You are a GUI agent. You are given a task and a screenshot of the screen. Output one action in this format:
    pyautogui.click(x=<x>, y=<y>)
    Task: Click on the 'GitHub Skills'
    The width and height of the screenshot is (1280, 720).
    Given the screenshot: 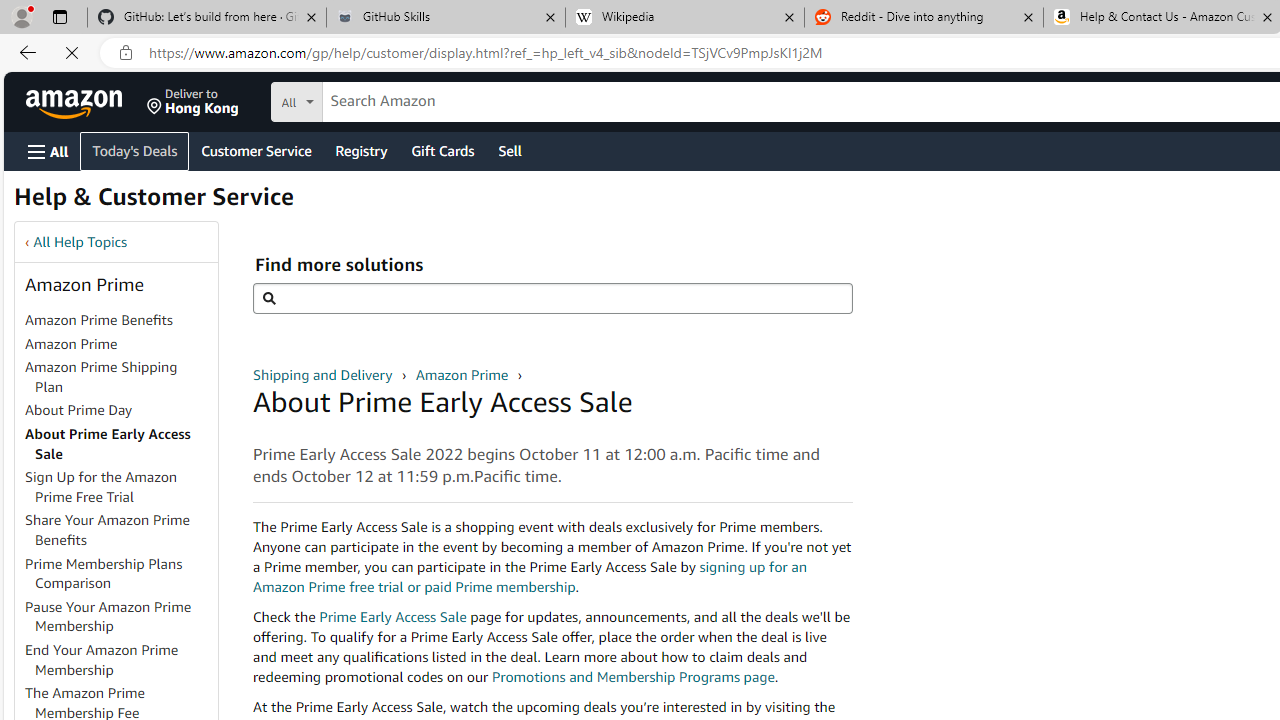 What is the action you would take?
    pyautogui.click(x=444, y=17)
    